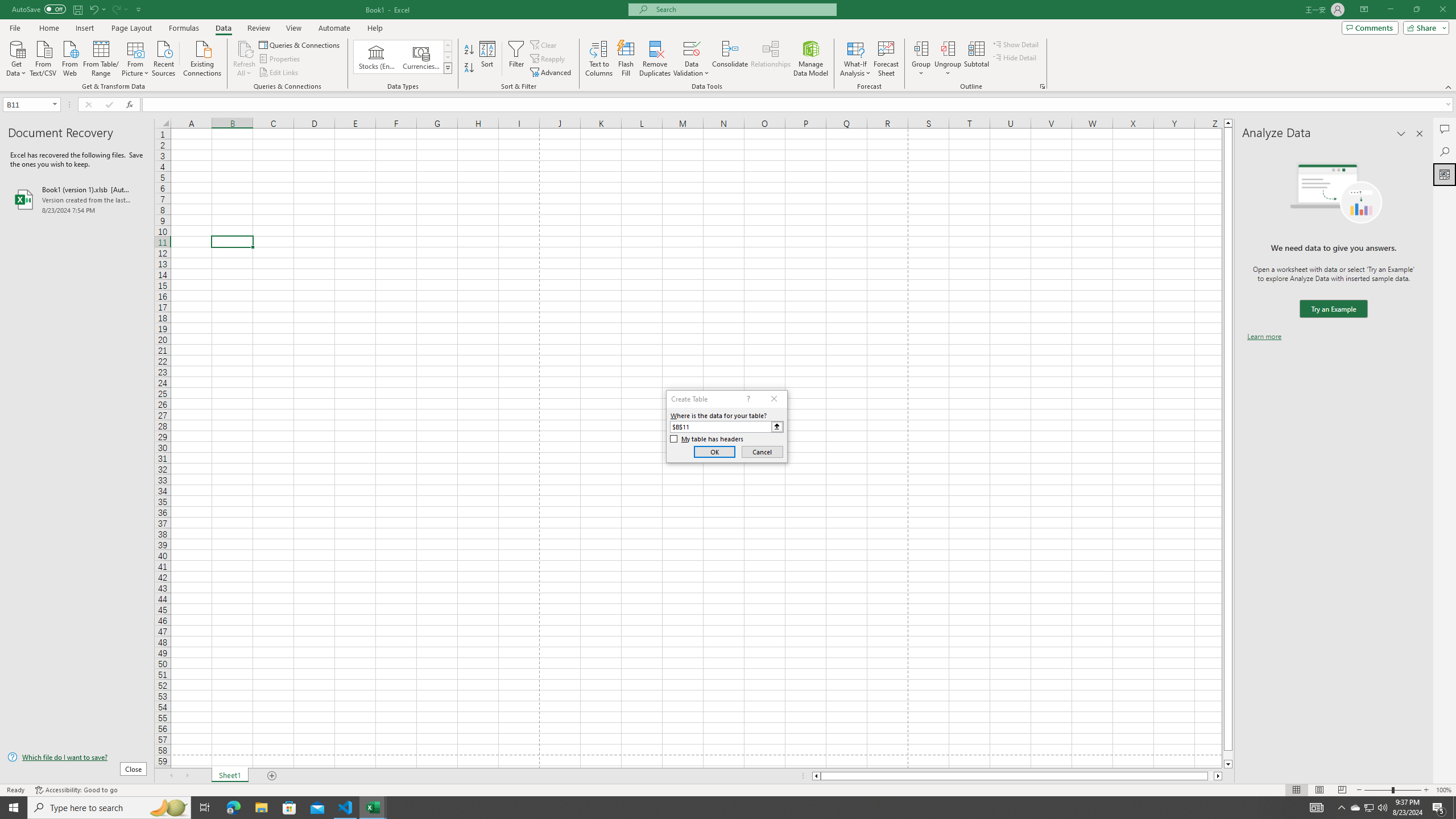  What do you see at coordinates (1416, 9) in the screenshot?
I see `'Restore Down'` at bounding box center [1416, 9].